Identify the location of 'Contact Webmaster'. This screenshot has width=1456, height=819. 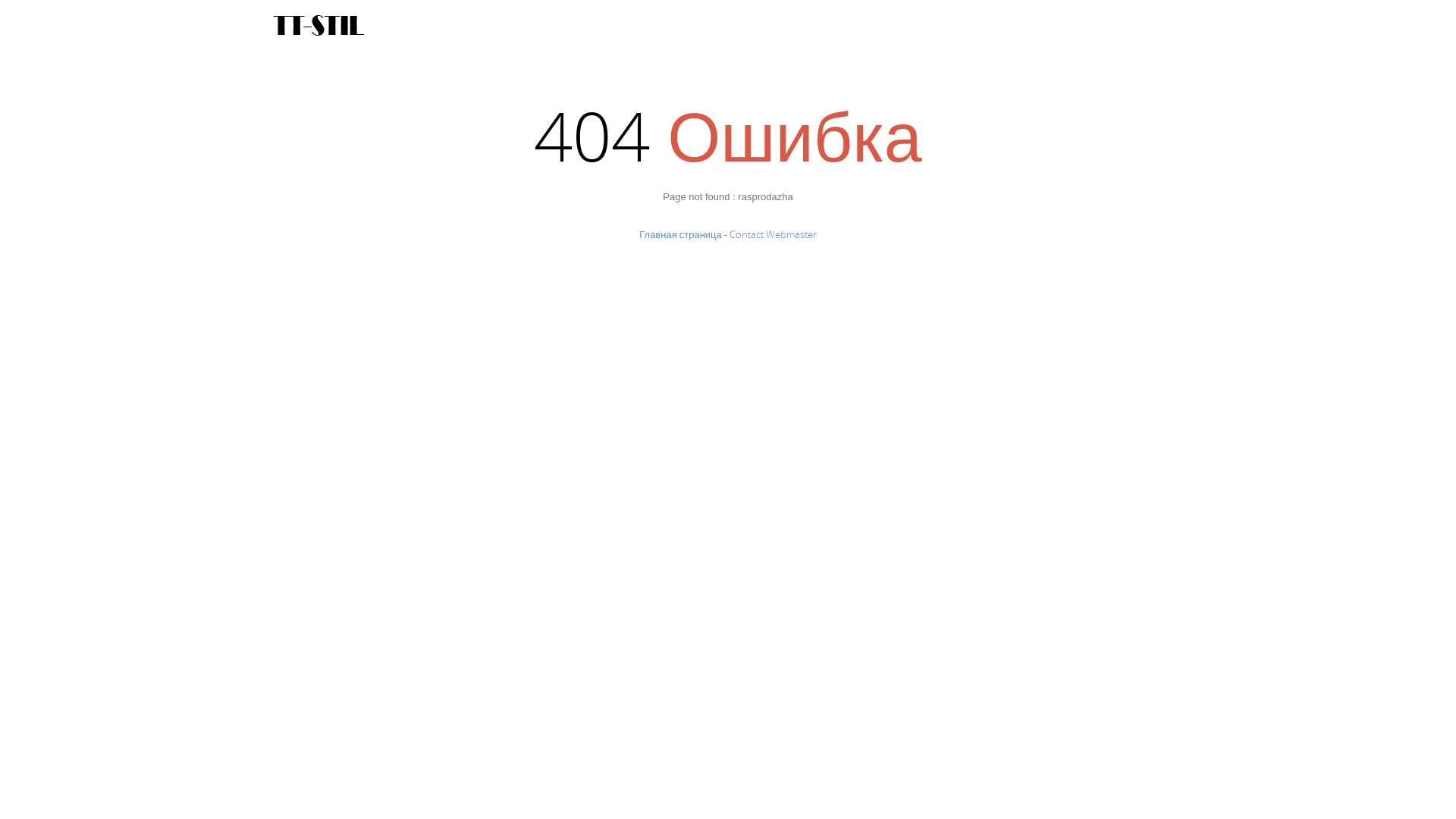
(773, 234).